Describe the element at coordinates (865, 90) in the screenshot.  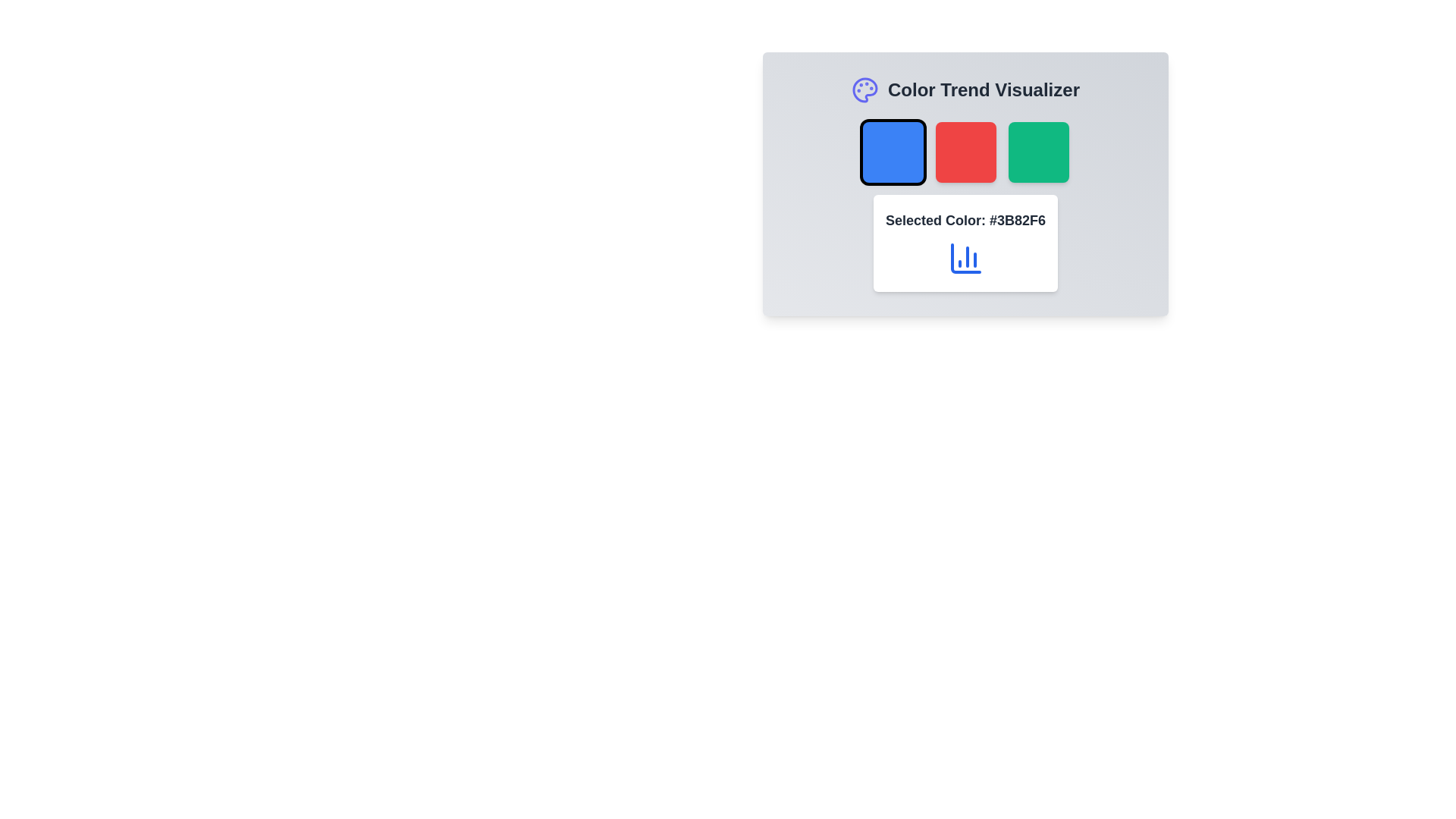
I see `the palette icon located at the top-left corner of the card, which features circular shapes and paint blobs, adjacent to the title 'Color Trend Visualizer'` at that location.